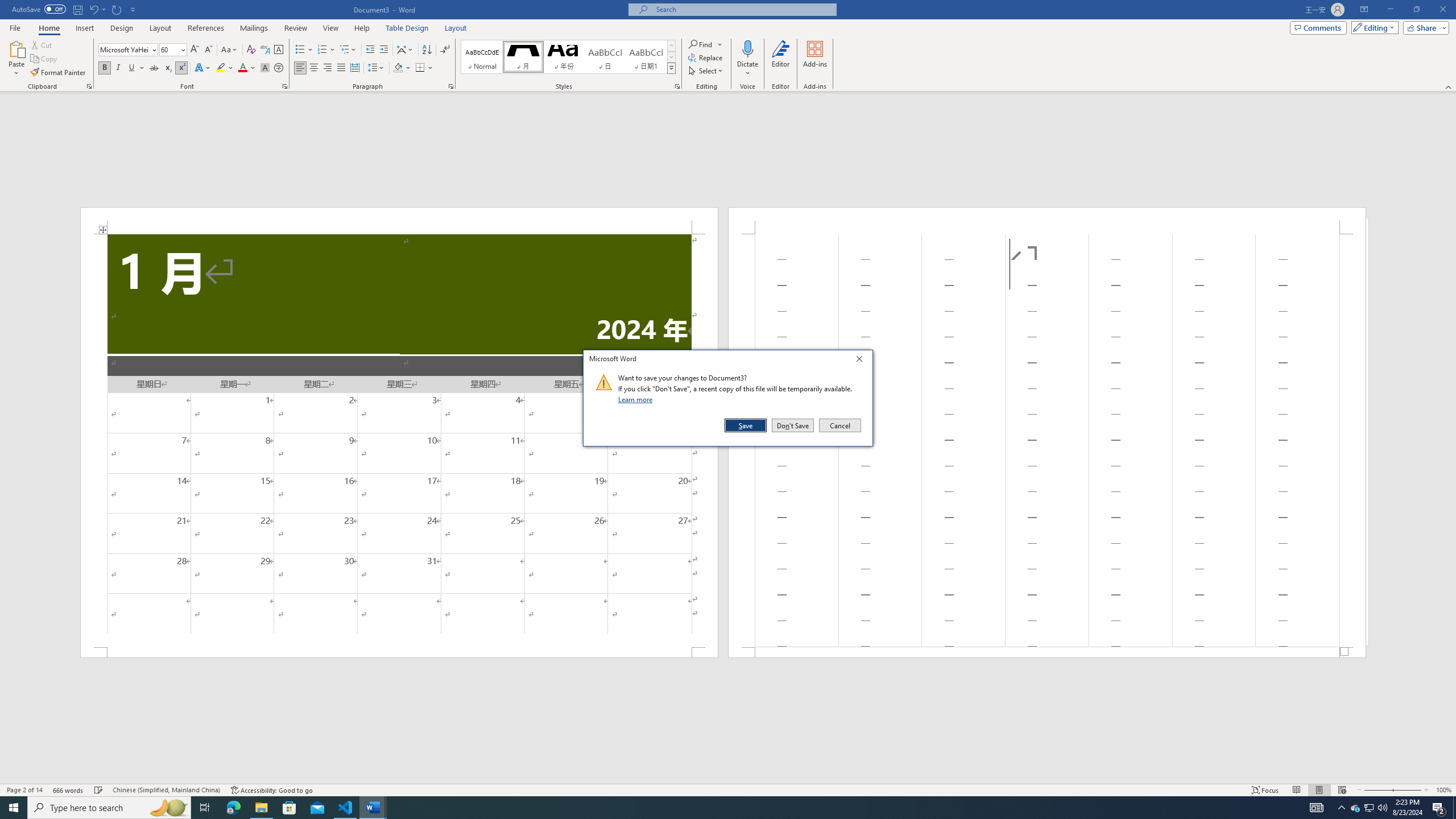 This screenshot has width=1456, height=819. Describe the element at coordinates (117, 9) in the screenshot. I see `'Repeat Superscript'` at that location.